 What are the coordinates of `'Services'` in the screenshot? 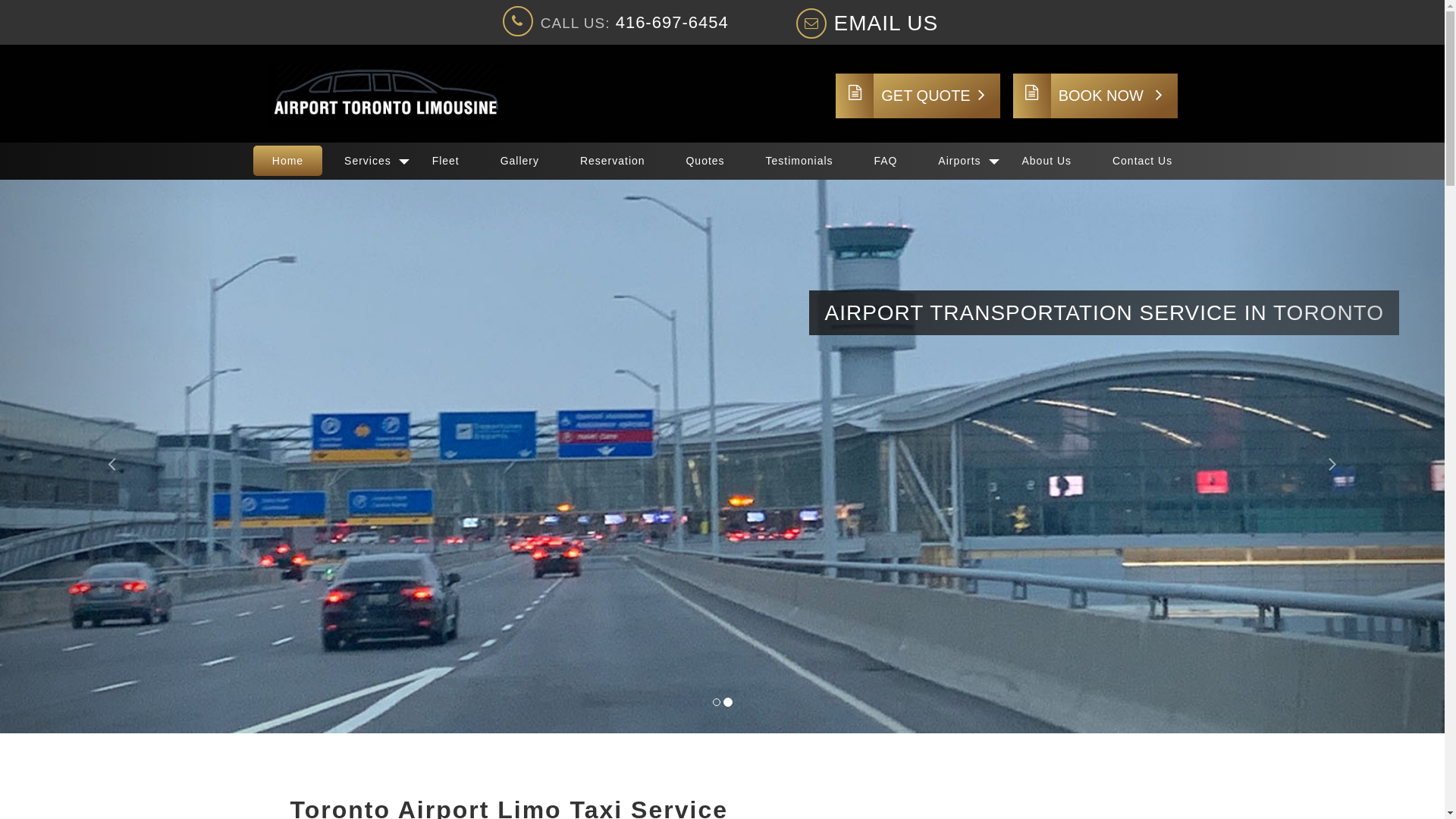 It's located at (324, 161).